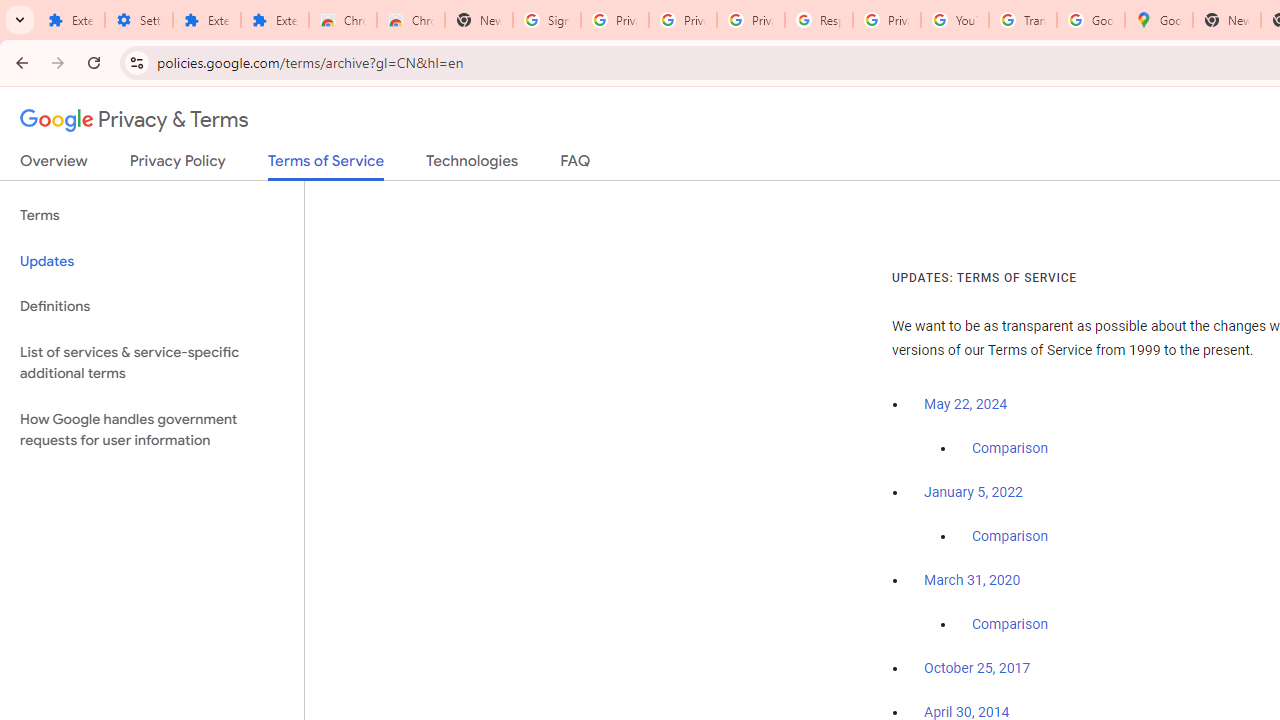 This screenshot has height=720, width=1280. What do you see at coordinates (177, 164) in the screenshot?
I see `'Privacy Policy'` at bounding box center [177, 164].